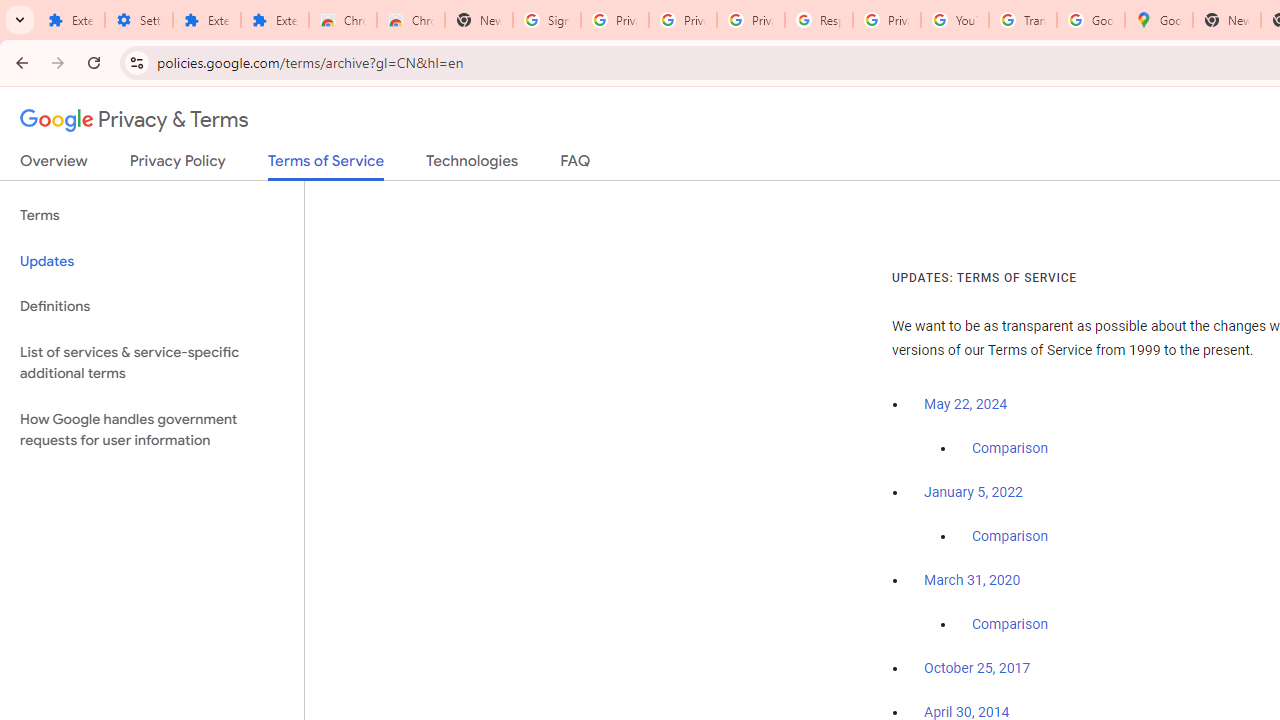 This screenshot has height=720, width=1280. What do you see at coordinates (177, 164) in the screenshot?
I see `'Privacy Policy'` at bounding box center [177, 164].